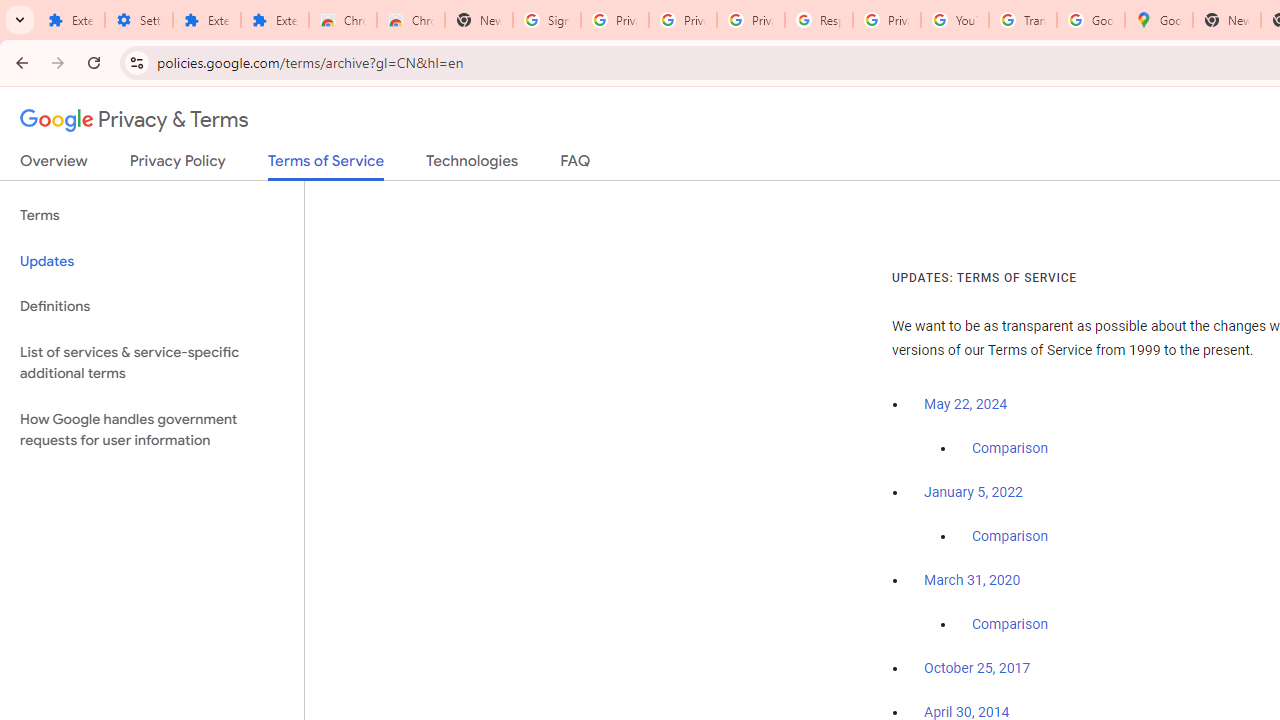 This screenshot has height=720, width=1280. What do you see at coordinates (177, 164) in the screenshot?
I see `'Privacy Policy'` at bounding box center [177, 164].